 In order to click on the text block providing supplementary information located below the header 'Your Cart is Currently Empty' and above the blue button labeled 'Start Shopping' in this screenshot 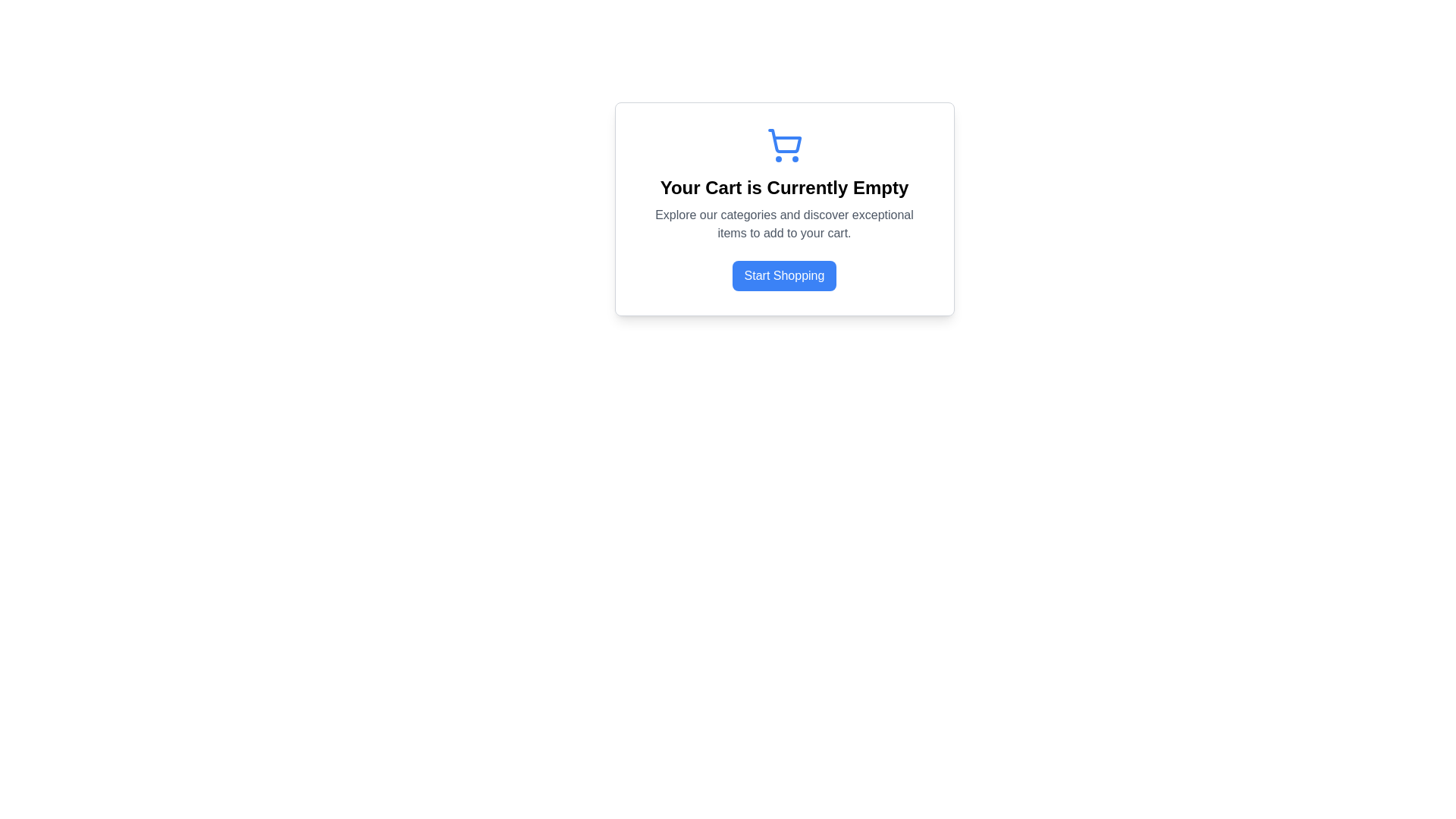, I will do `click(784, 224)`.